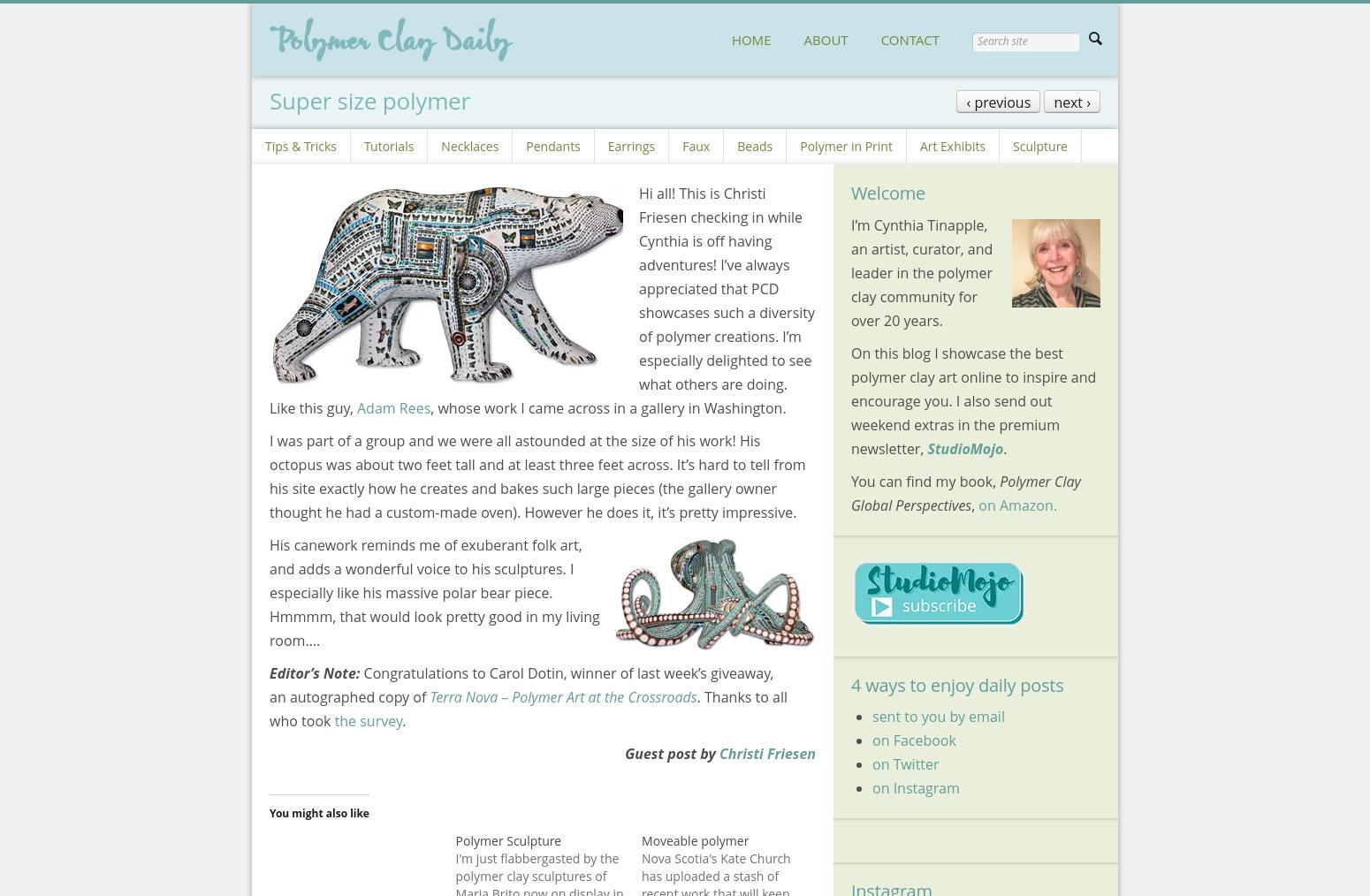 This screenshot has width=1370, height=896. What do you see at coordinates (393, 407) in the screenshot?
I see `'Adam Rees'` at bounding box center [393, 407].